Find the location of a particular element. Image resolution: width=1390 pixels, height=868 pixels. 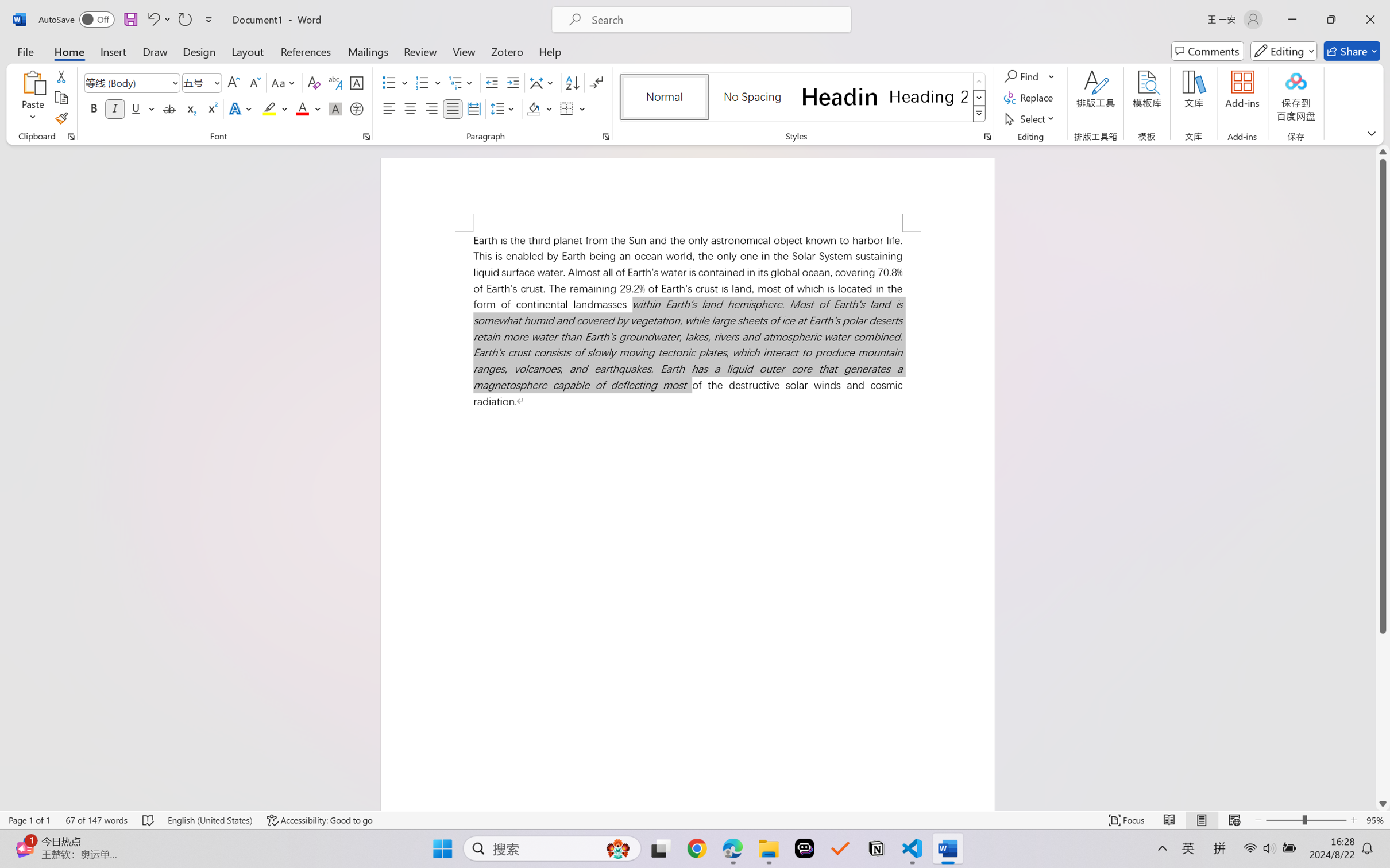

'Shading' is located at coordinates (539, 108).